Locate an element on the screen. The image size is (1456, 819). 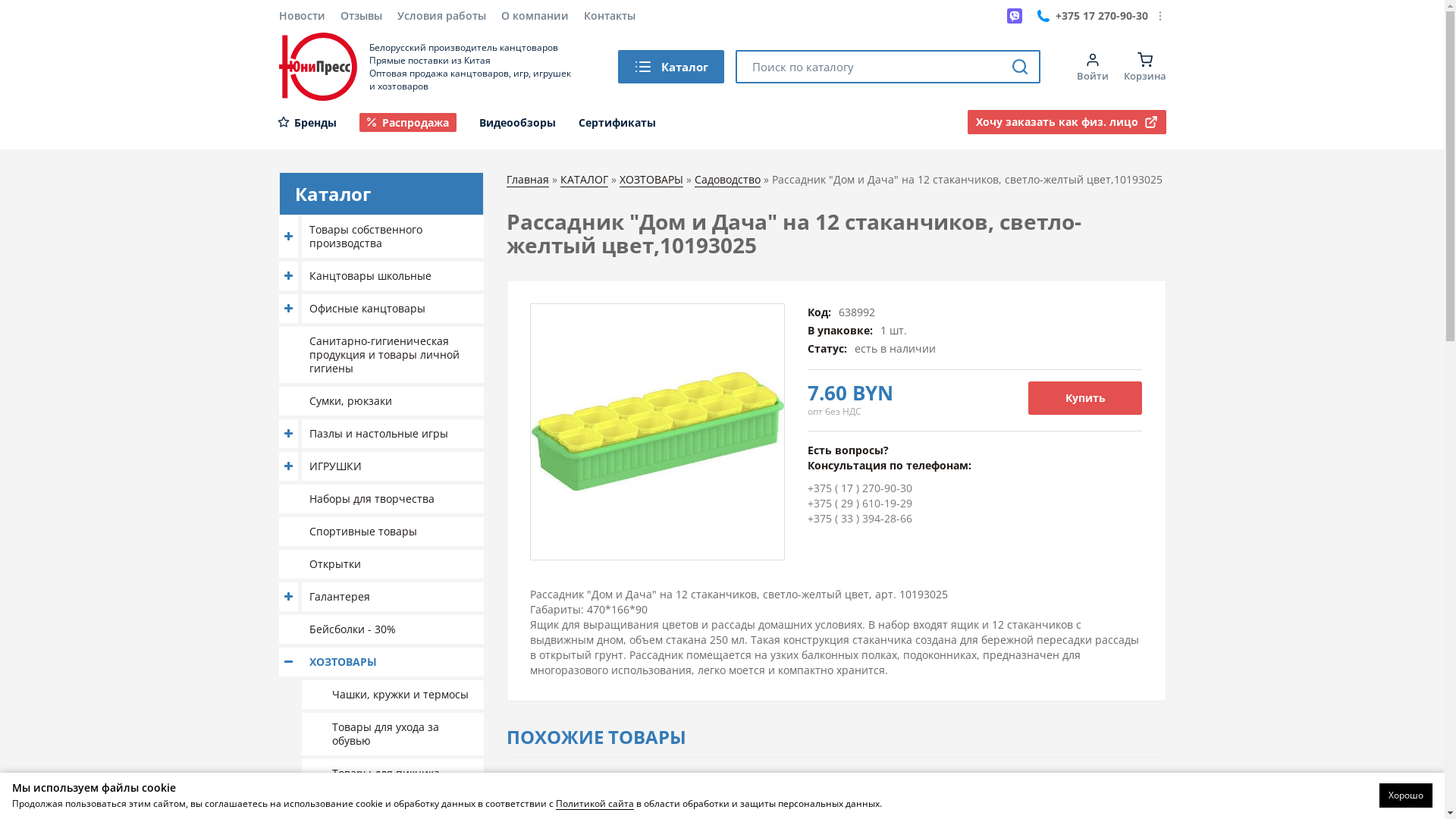
'+375 ( 17 ) 270-90-30' is located at coordinates (859, 488).